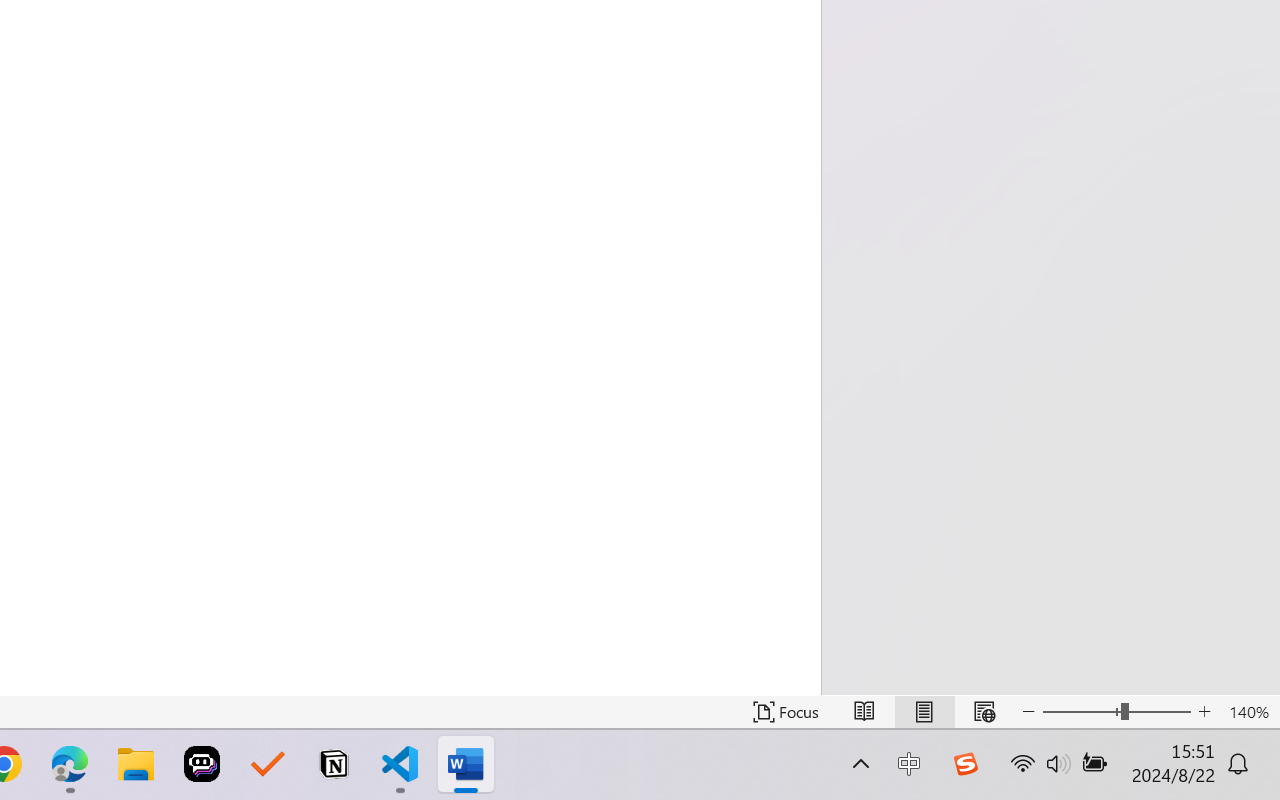 The height and width of the screenshot is (800, 1280). What do you see at coordinates (923, 711) in the screenshot?
I see `'Print Layout'` at bounding box center [923, 711].